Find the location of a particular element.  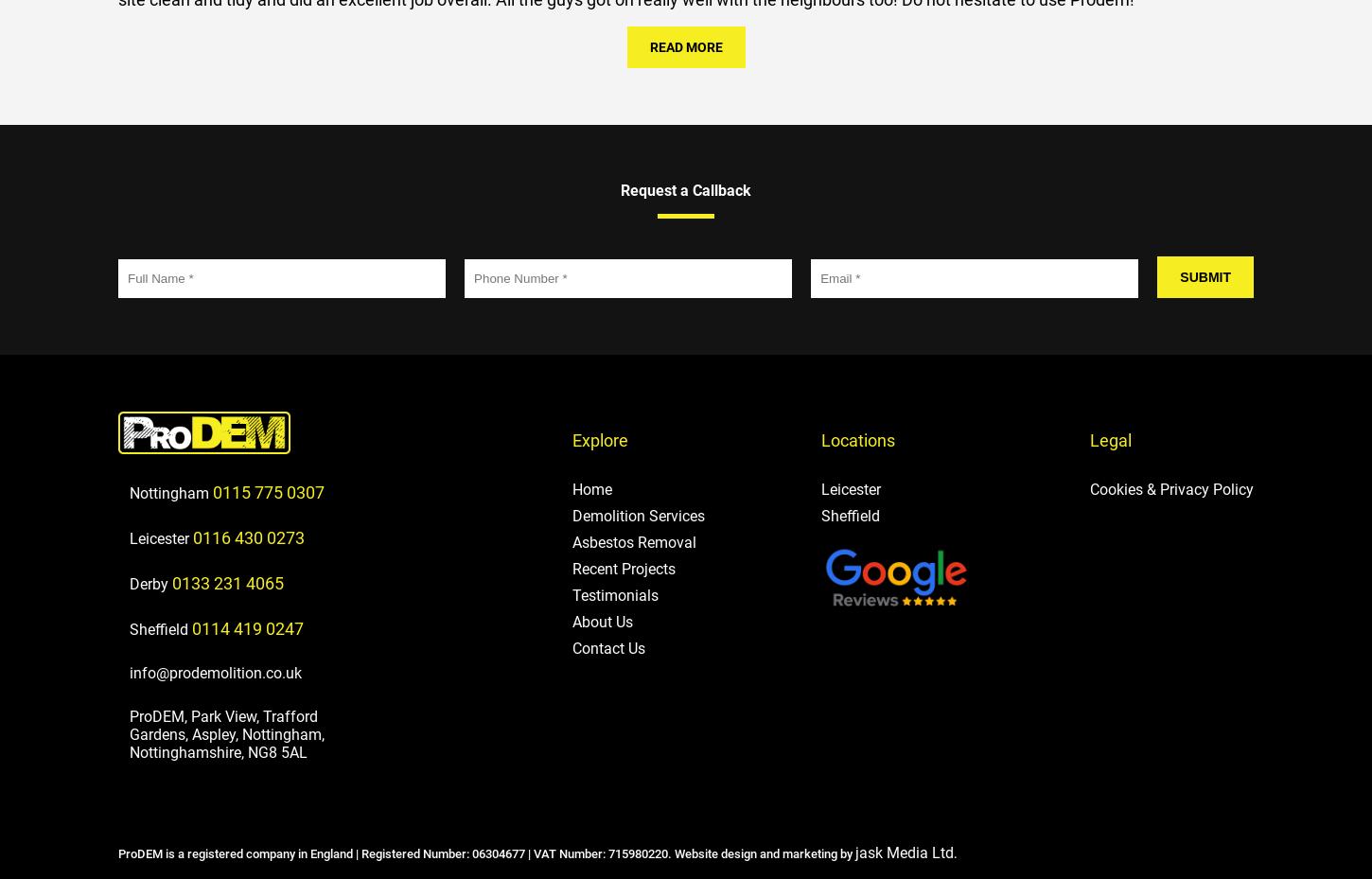

'Submit' is located at coordinates (1205, 275).